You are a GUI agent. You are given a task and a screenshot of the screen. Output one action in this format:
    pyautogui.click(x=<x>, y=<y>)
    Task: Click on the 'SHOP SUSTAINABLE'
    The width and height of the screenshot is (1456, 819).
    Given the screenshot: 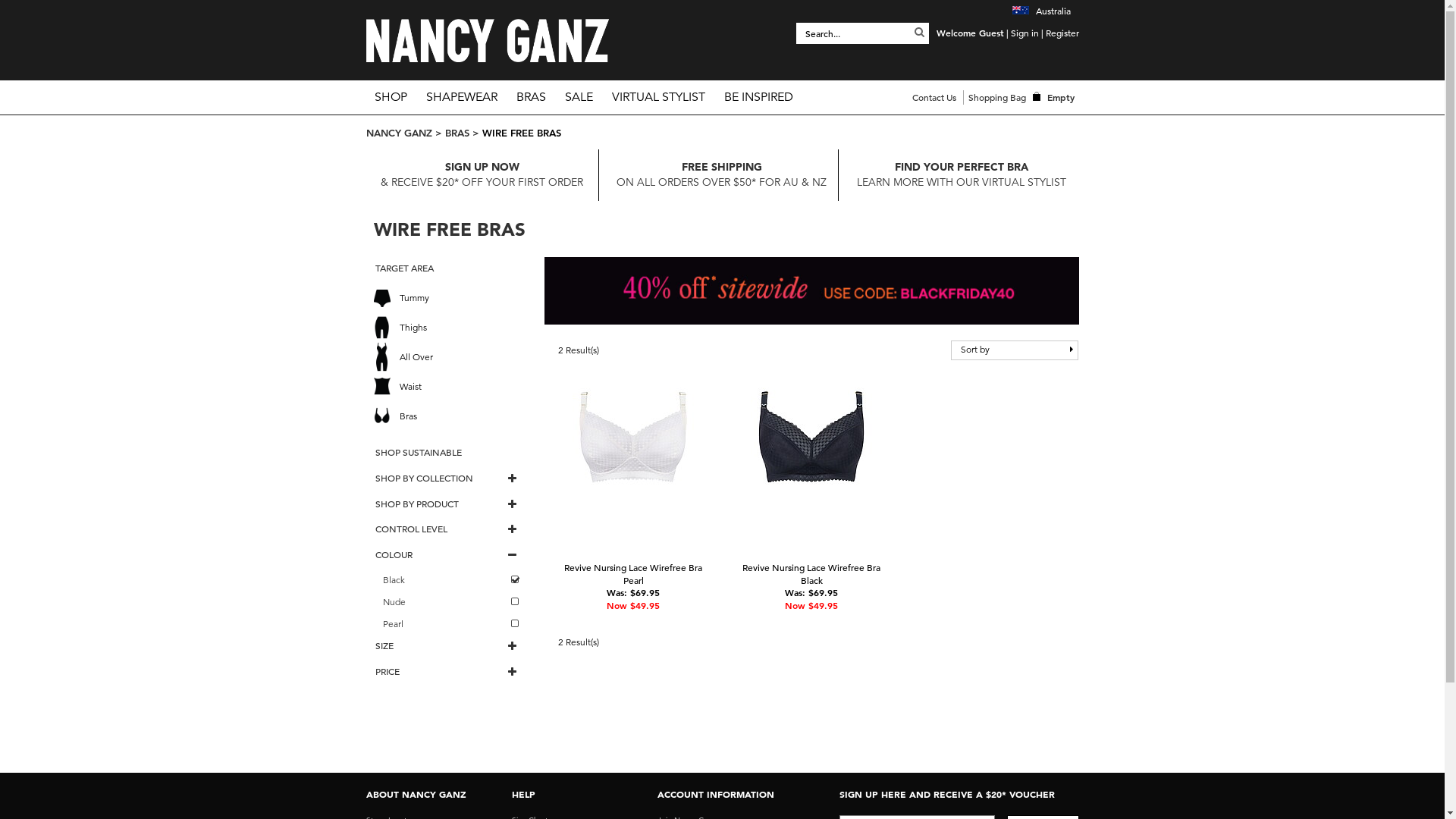 What is the action you would take?
    pyautogui.click(x=446, y=451)
    